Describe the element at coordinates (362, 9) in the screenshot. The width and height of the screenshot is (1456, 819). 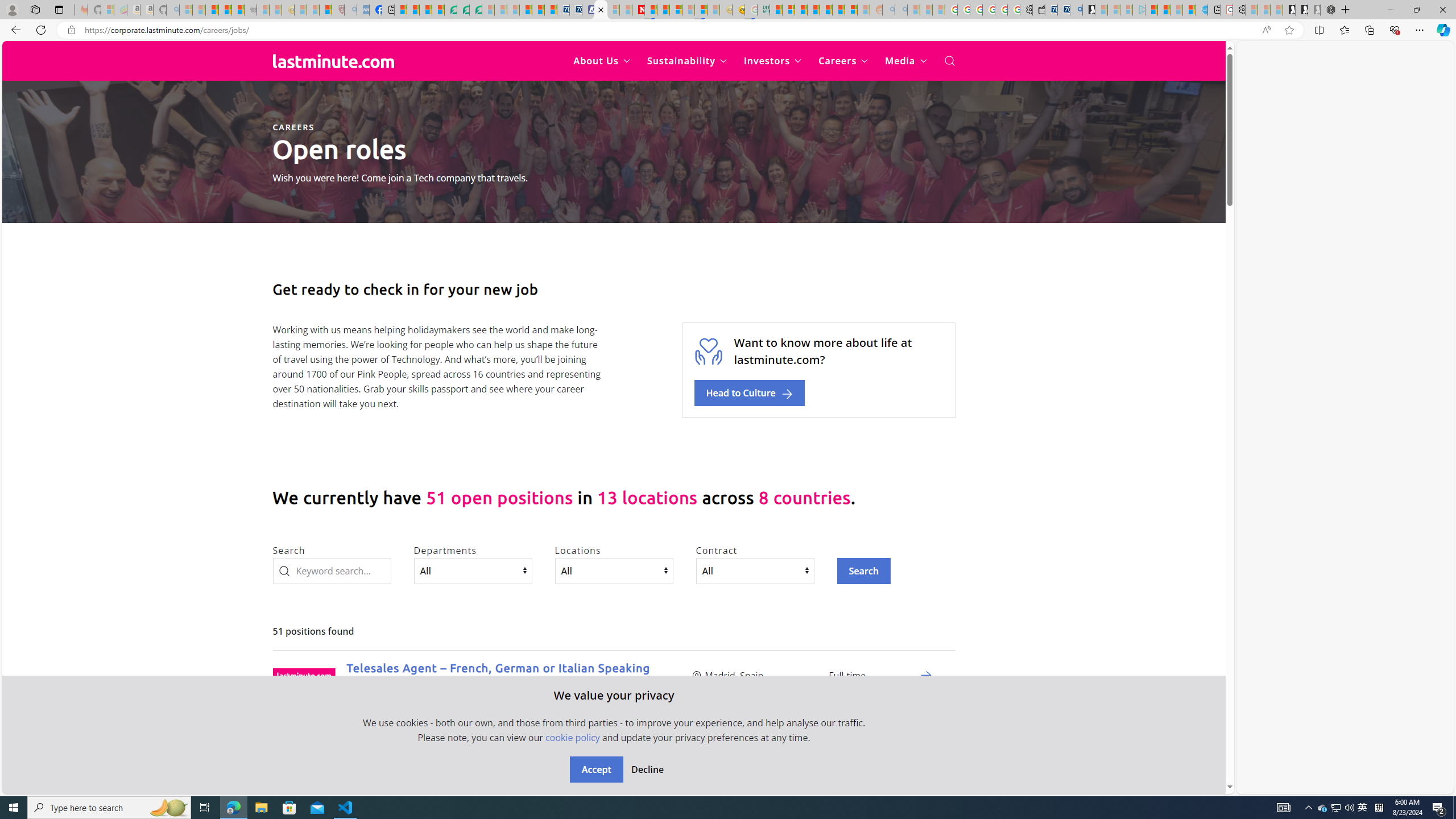
I see `'NCL Adult Asthma Inhaler Choice Guideline - Sleeping'` at that location.